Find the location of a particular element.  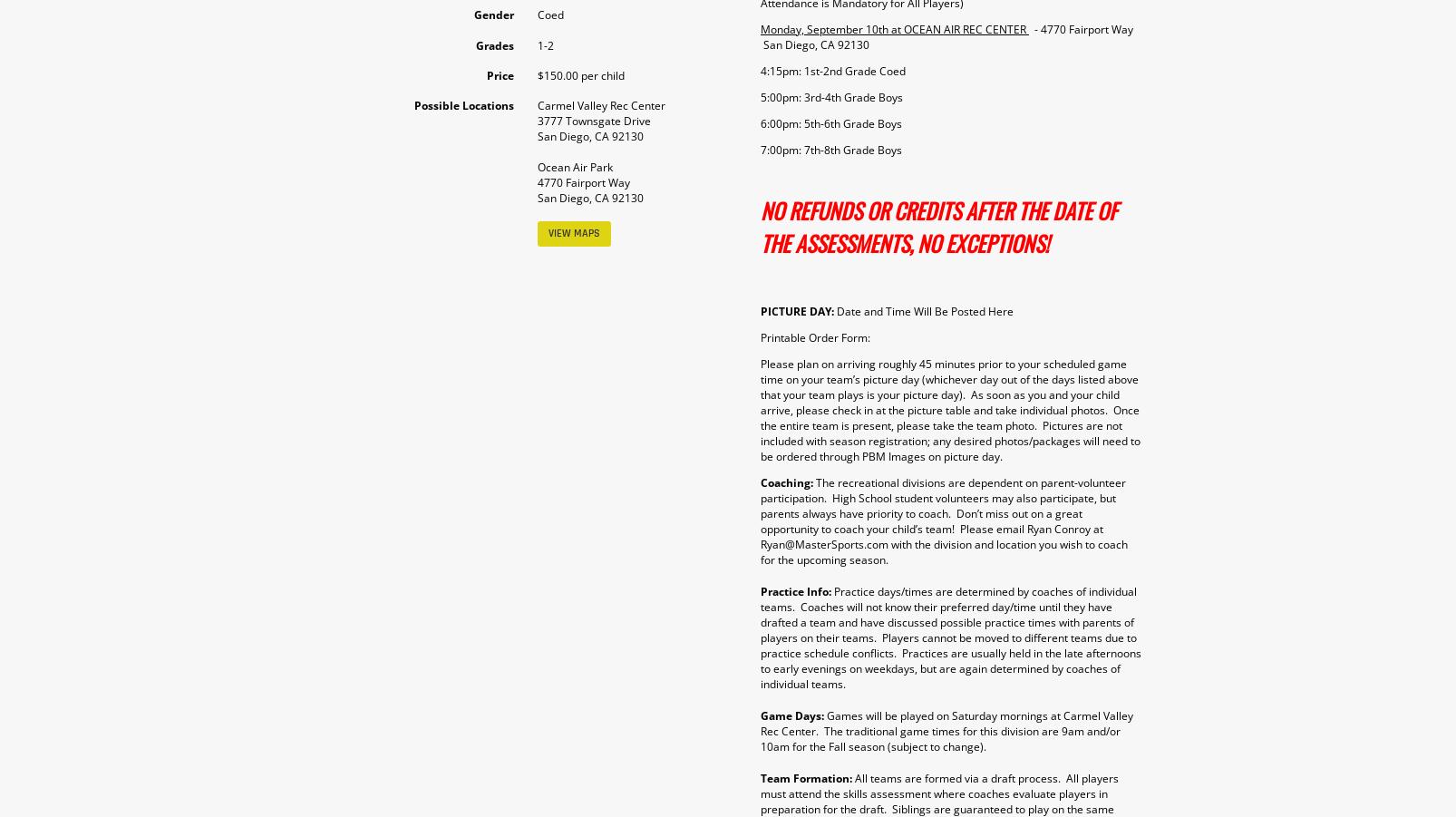

'Monday, September 10th at OCEAN AIR REC CENTER' is located at coordinates (894, 27).